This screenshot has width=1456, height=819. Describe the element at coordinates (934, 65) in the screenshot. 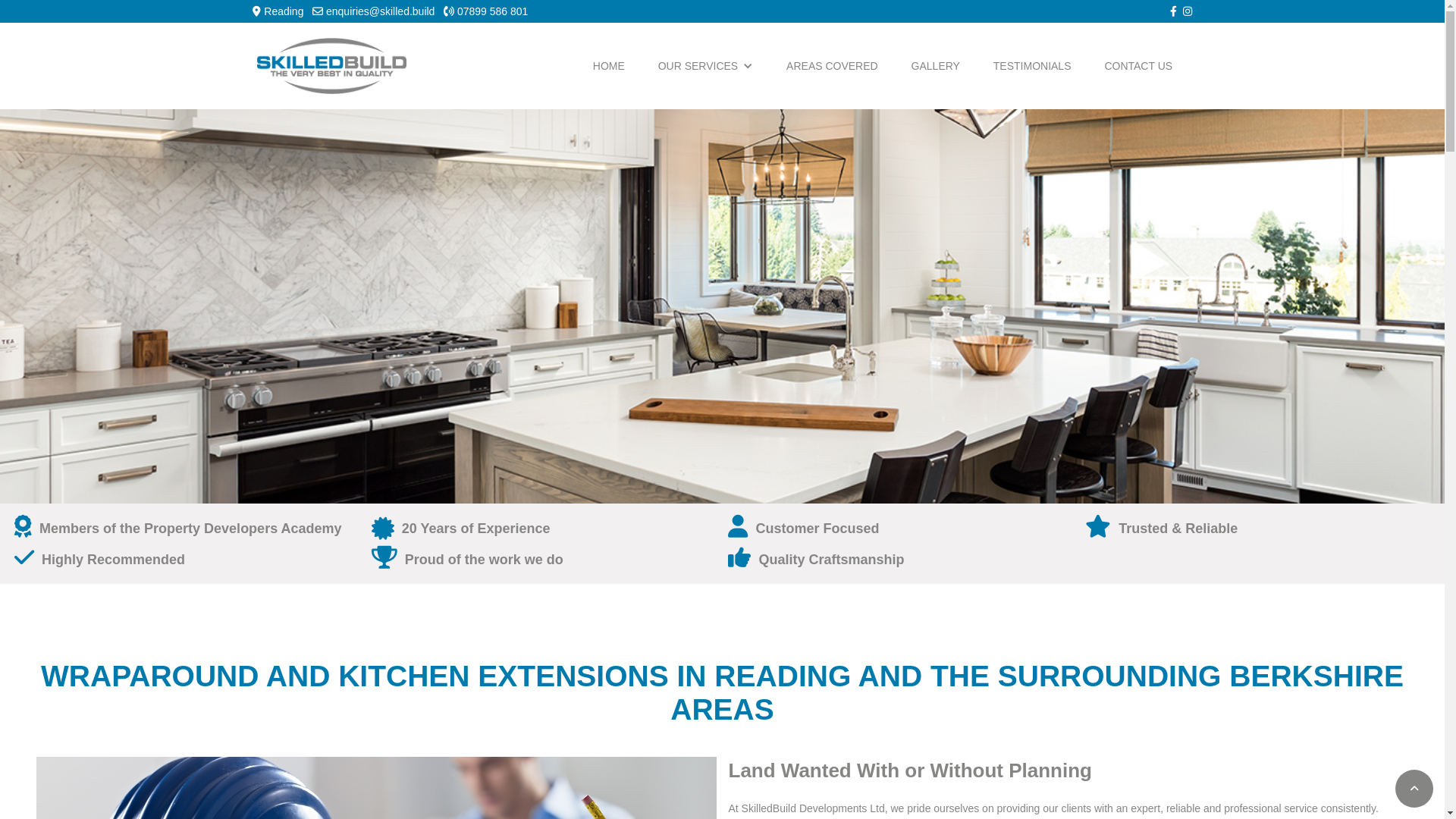

I see `'GALLERY'` at that location.